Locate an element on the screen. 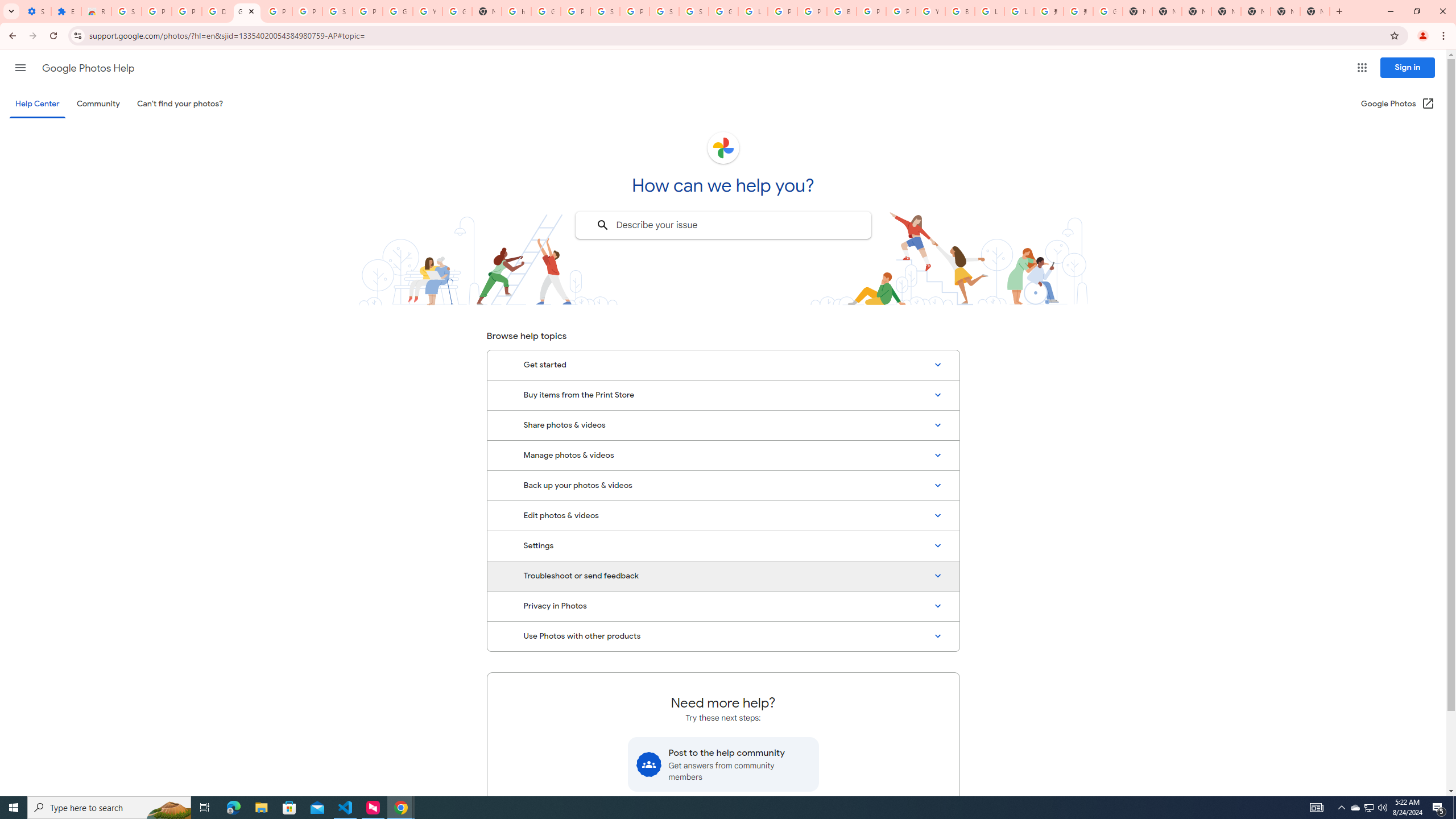 The image size is (1456, 819). 'Settings' is located at coordinates (723, 546).